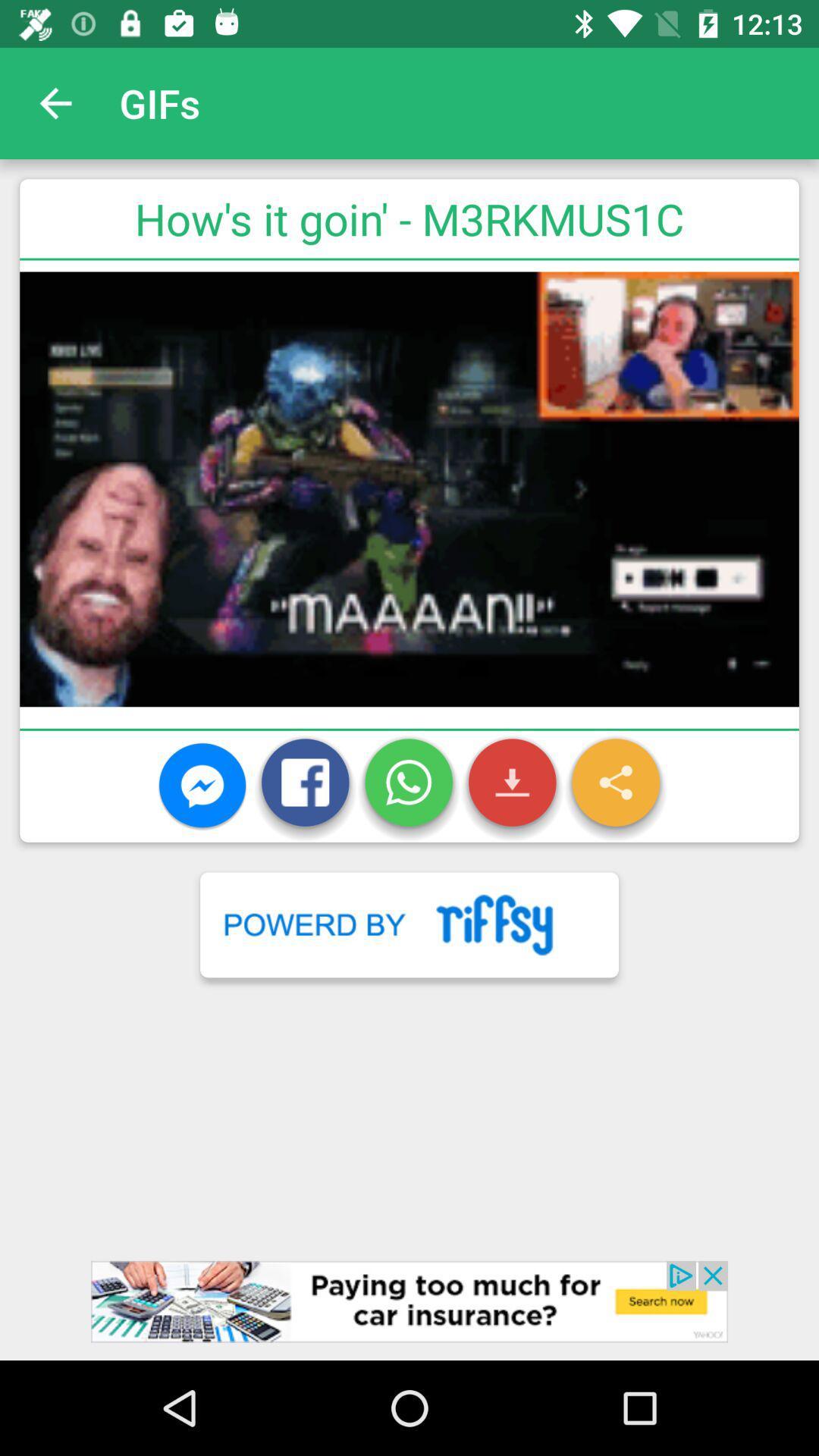 The width and height of the screenshot is (819, 1456). Describe the element at coordinates (616, 786) in the screenshot. I see `share button` at that location.